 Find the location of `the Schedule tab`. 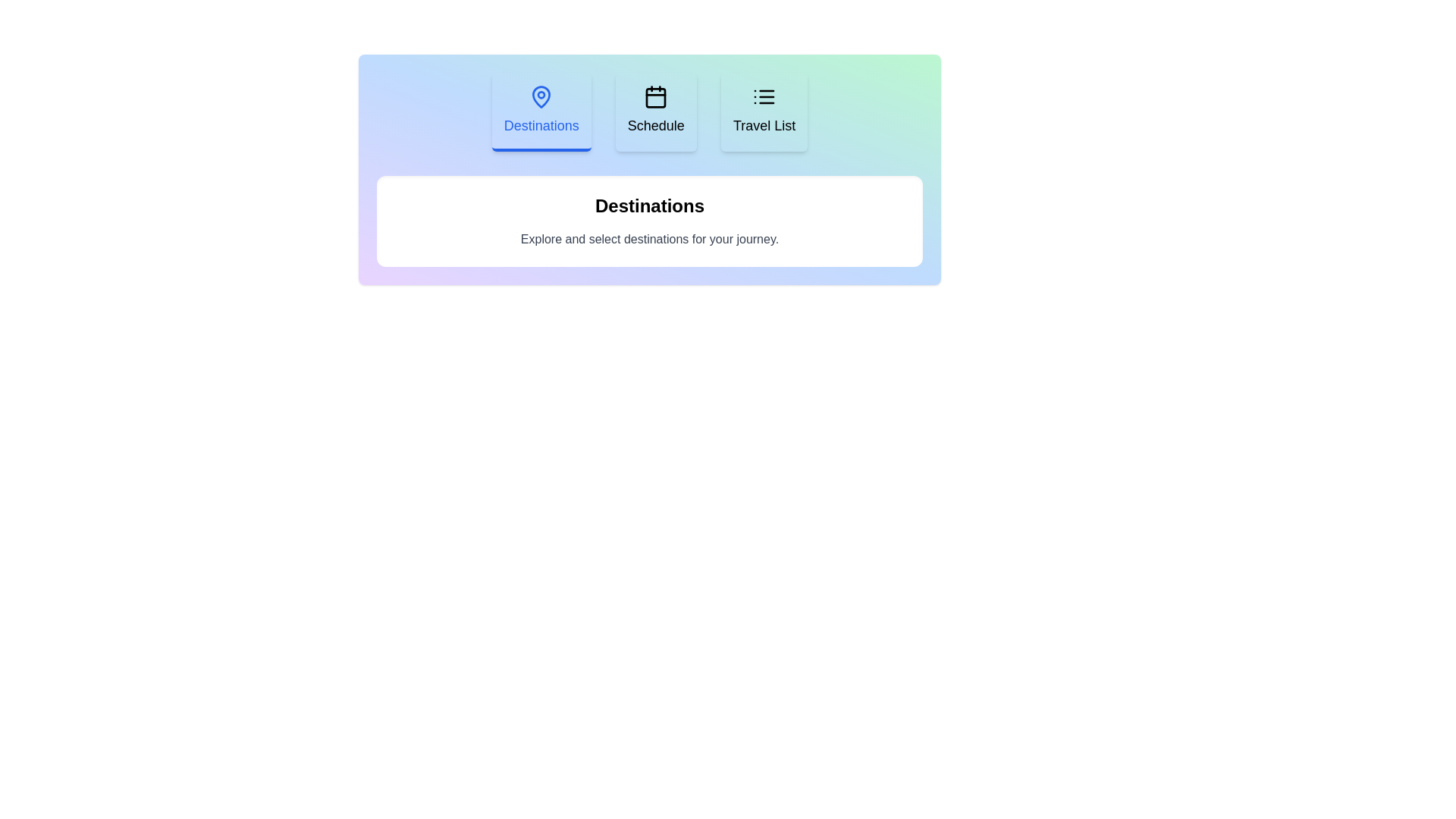

the Schedule tab is located at coordinates (655, 111).